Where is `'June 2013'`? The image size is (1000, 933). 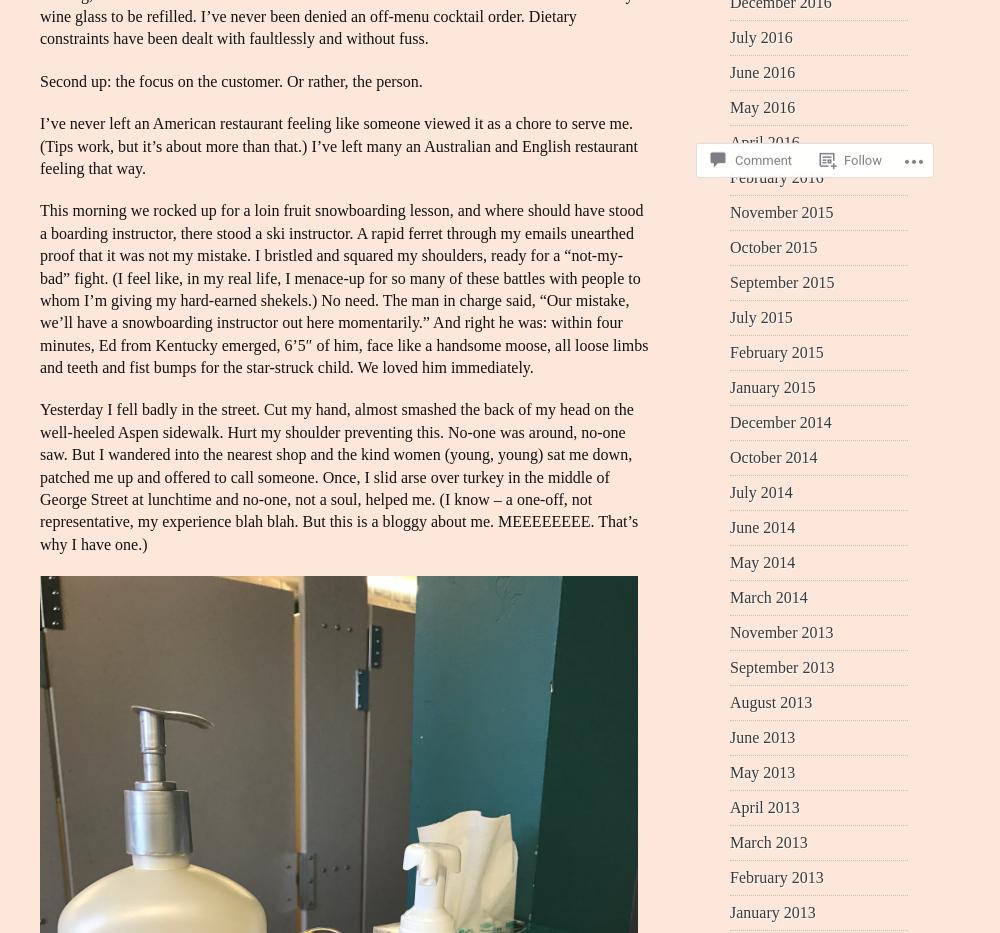 'June 2013' is located at coordinates (762, 735).